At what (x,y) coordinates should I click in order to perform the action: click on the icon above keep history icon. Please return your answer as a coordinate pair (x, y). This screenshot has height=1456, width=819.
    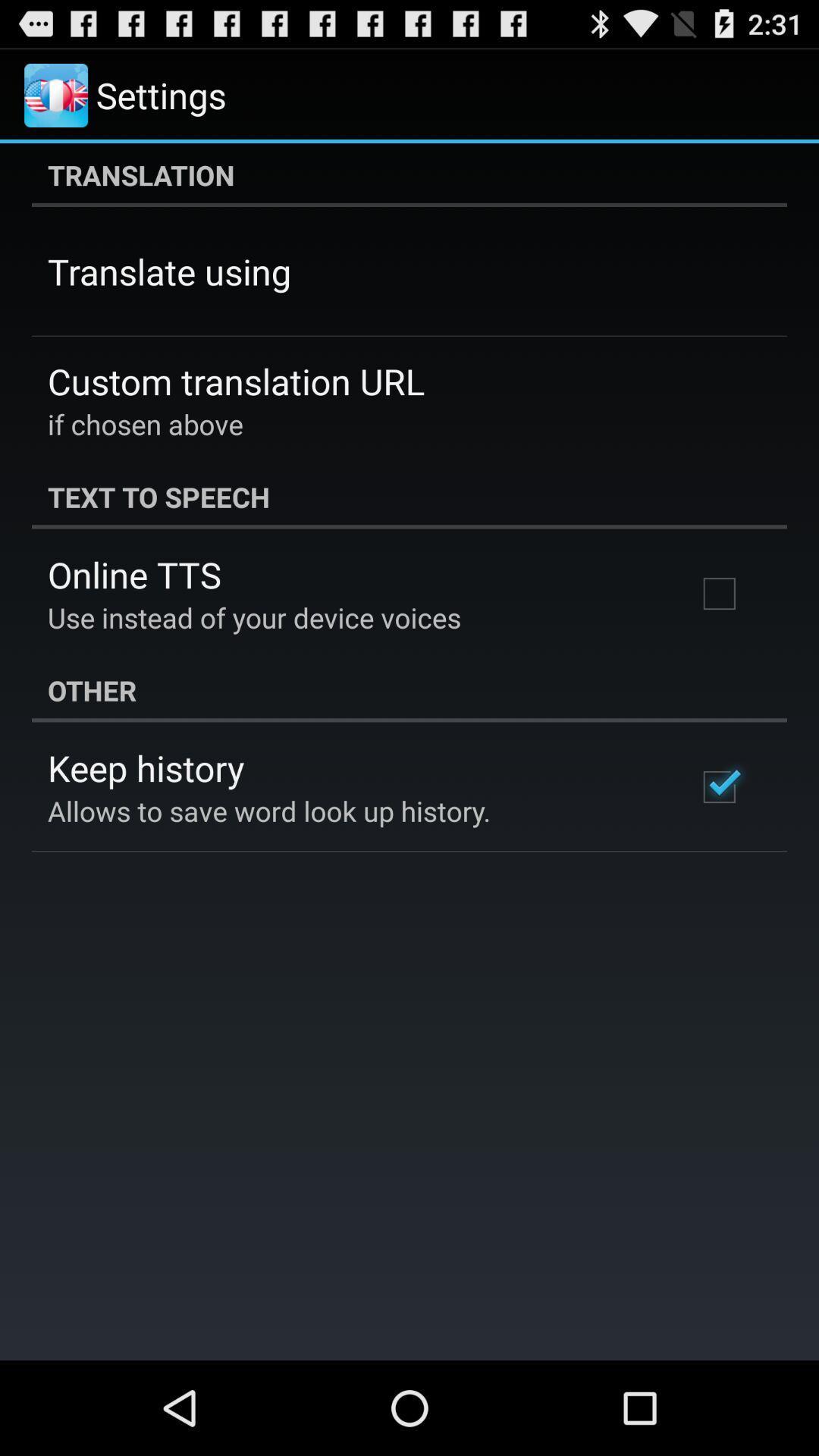
    Looking at the image, I should click on (409, 689).